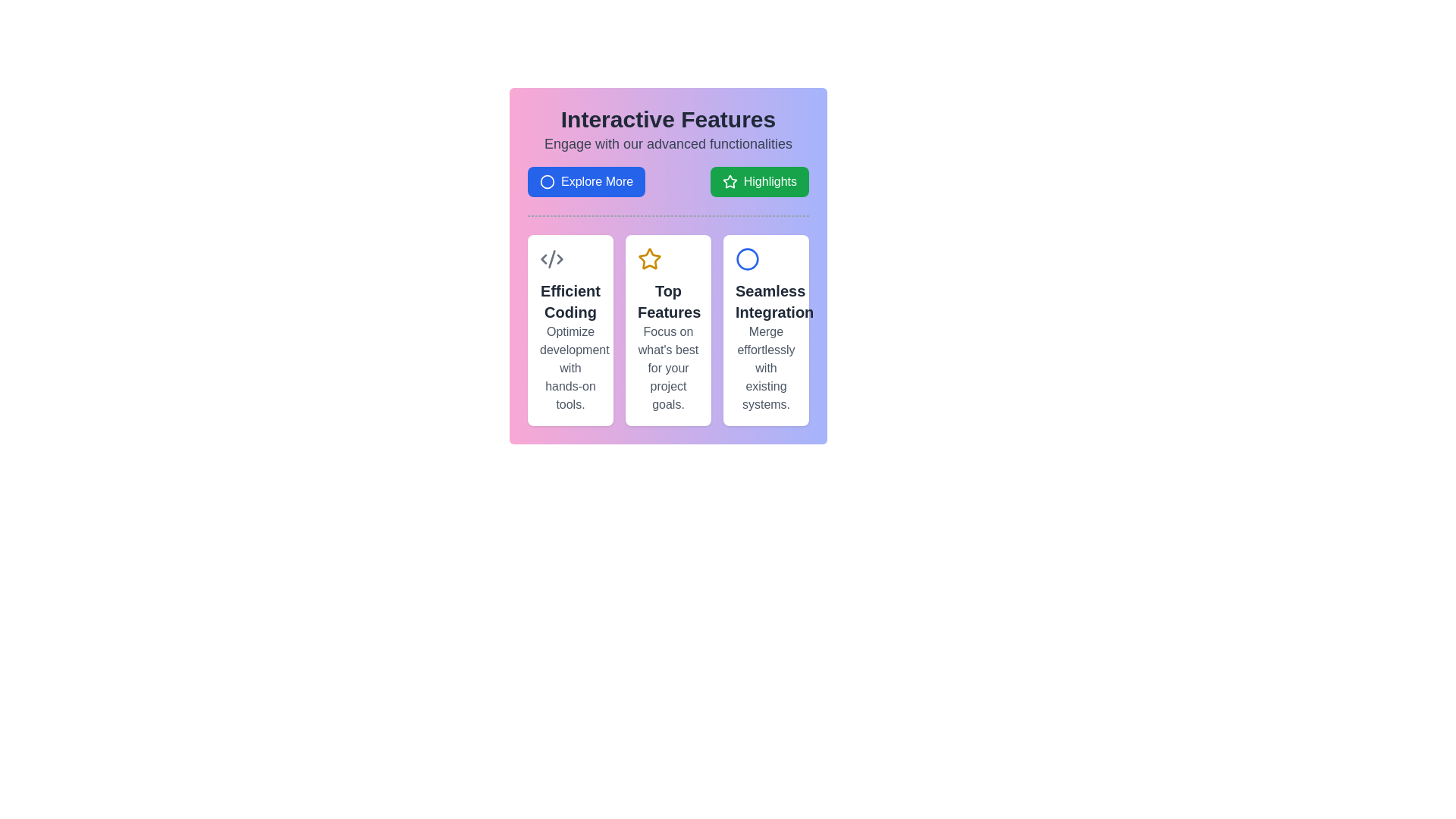 The width and height of the screenshot is (1456, 819). I want to click on the green button labeled 'Highlights' with a white star icon, so click(759, 180).